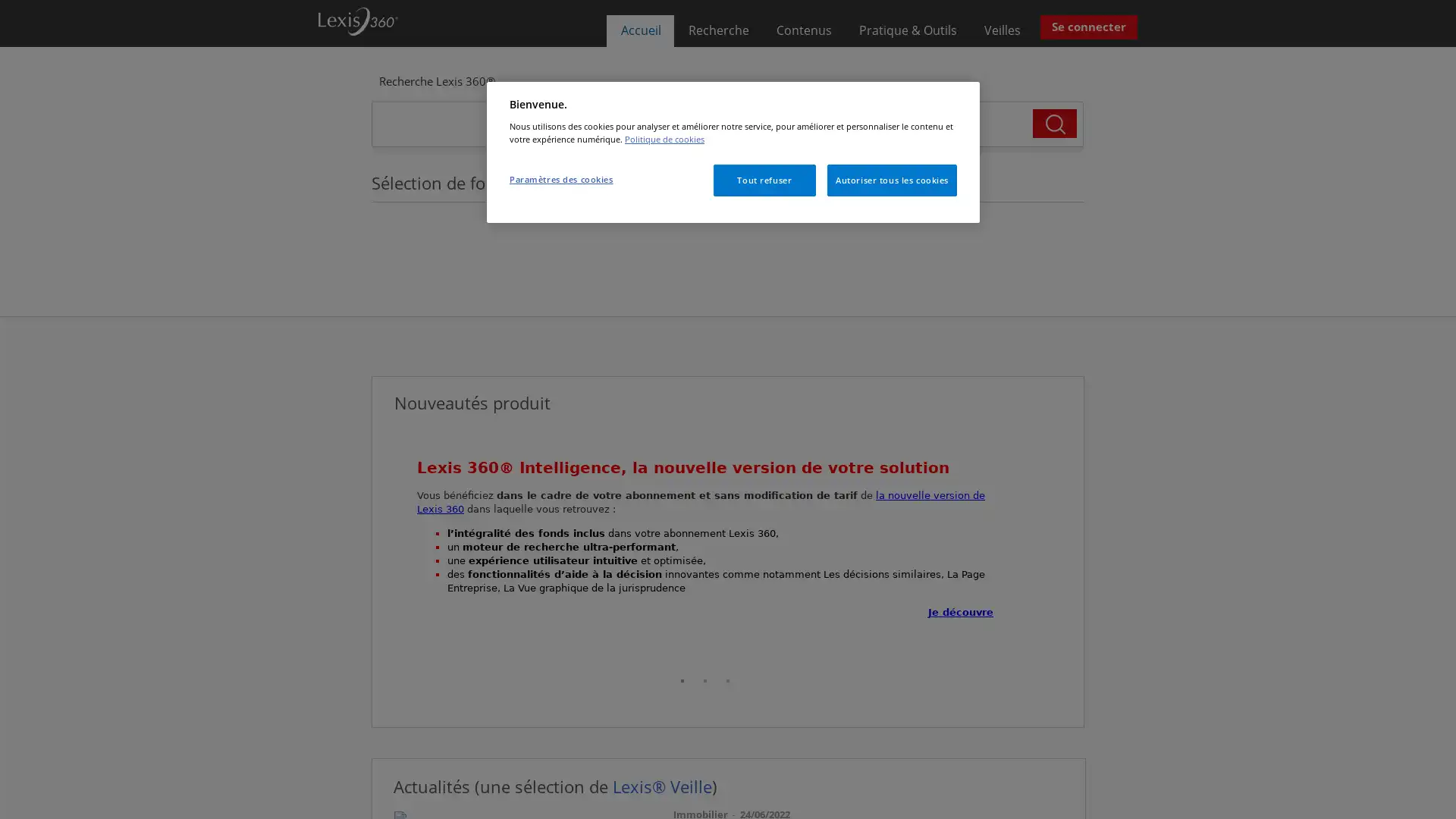  Describe the element at coordinates (560, 177) in the screenshot. I see `Parametres des cookies` at that location.